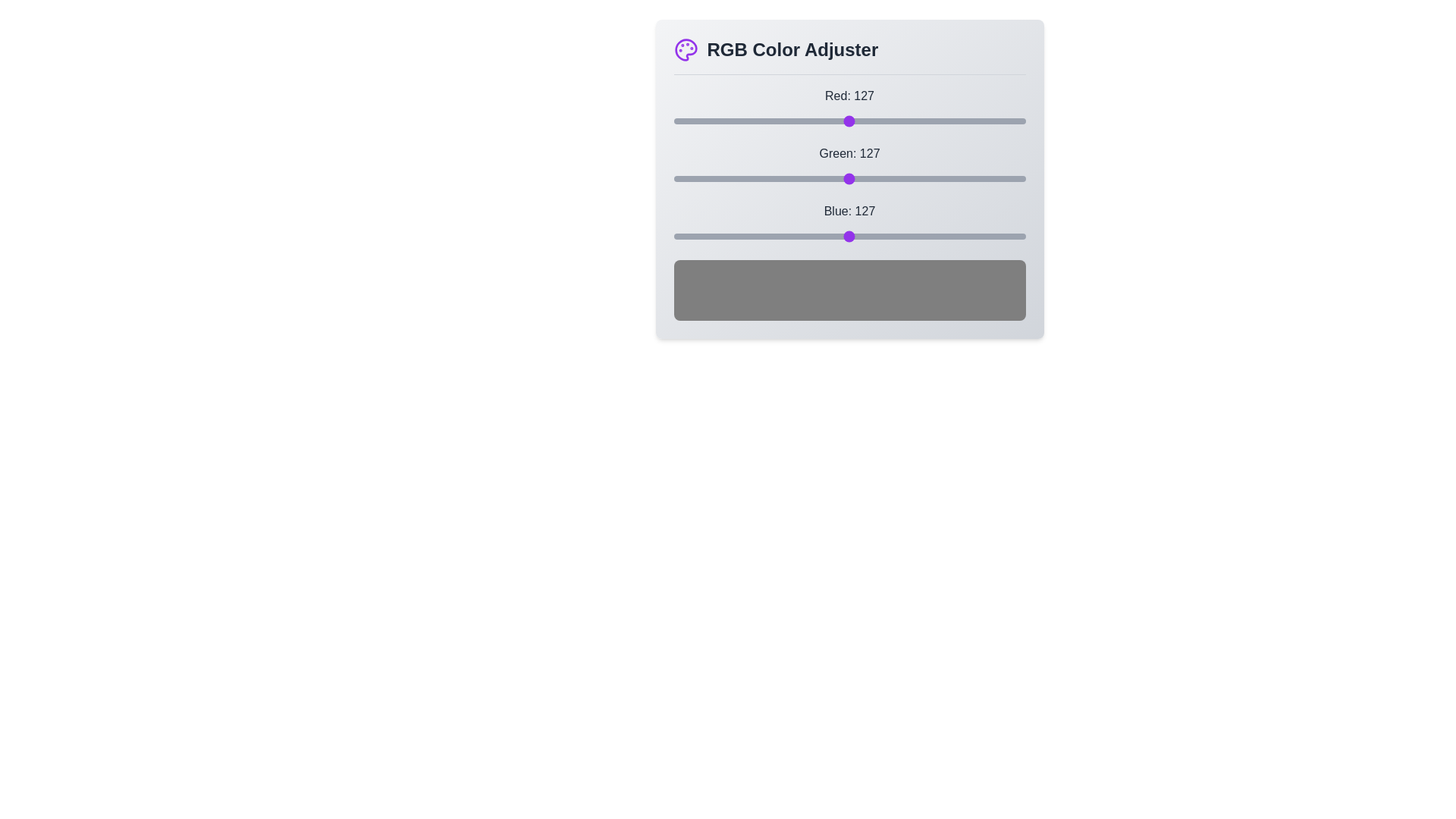 The image size is (1456, 819). Describe the element at coordinates (918, 237) in the screenshot. I see `the blue slider to 178 by dragging the slider` at that location.